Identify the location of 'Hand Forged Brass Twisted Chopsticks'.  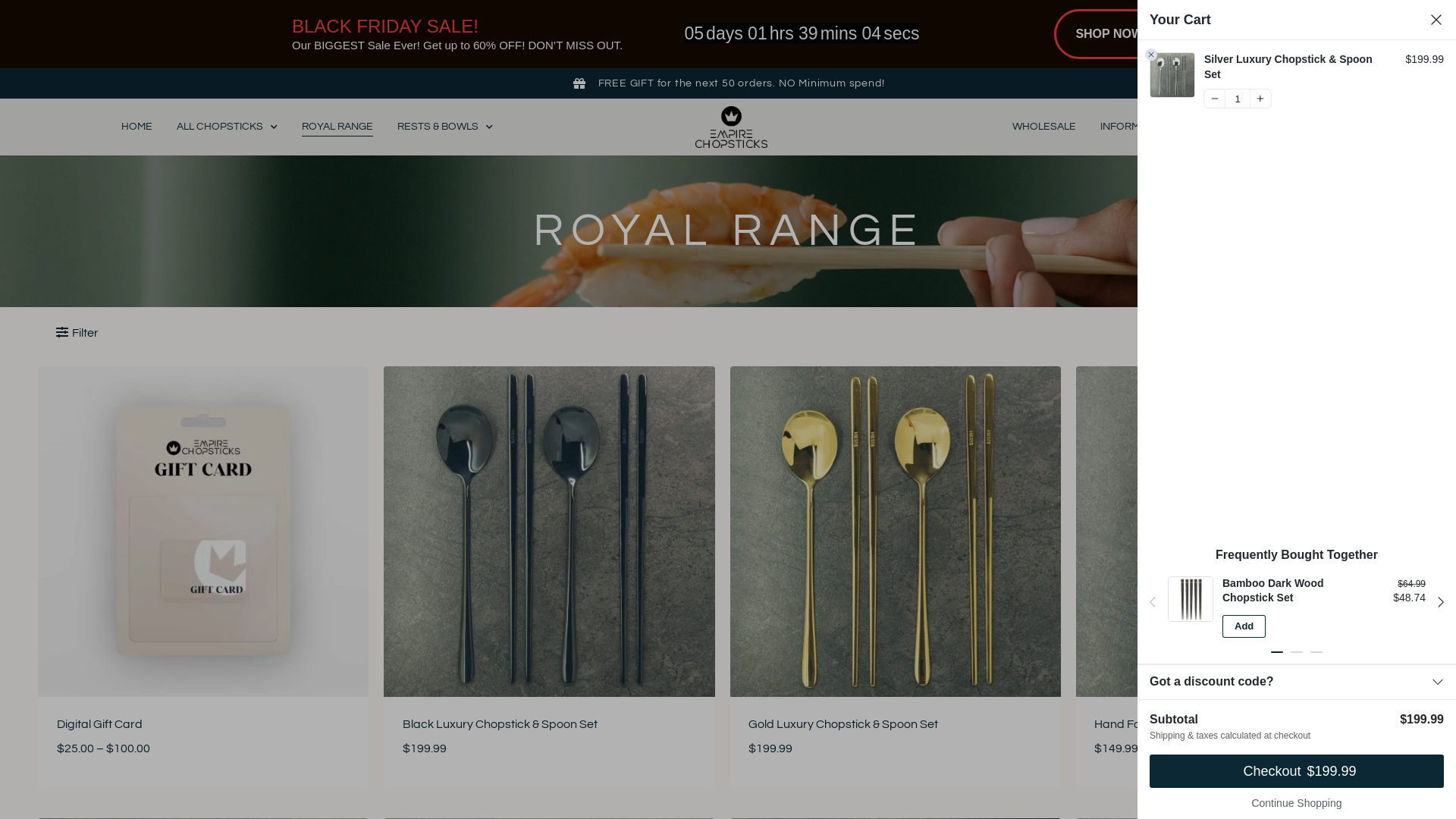
(1094, 723).